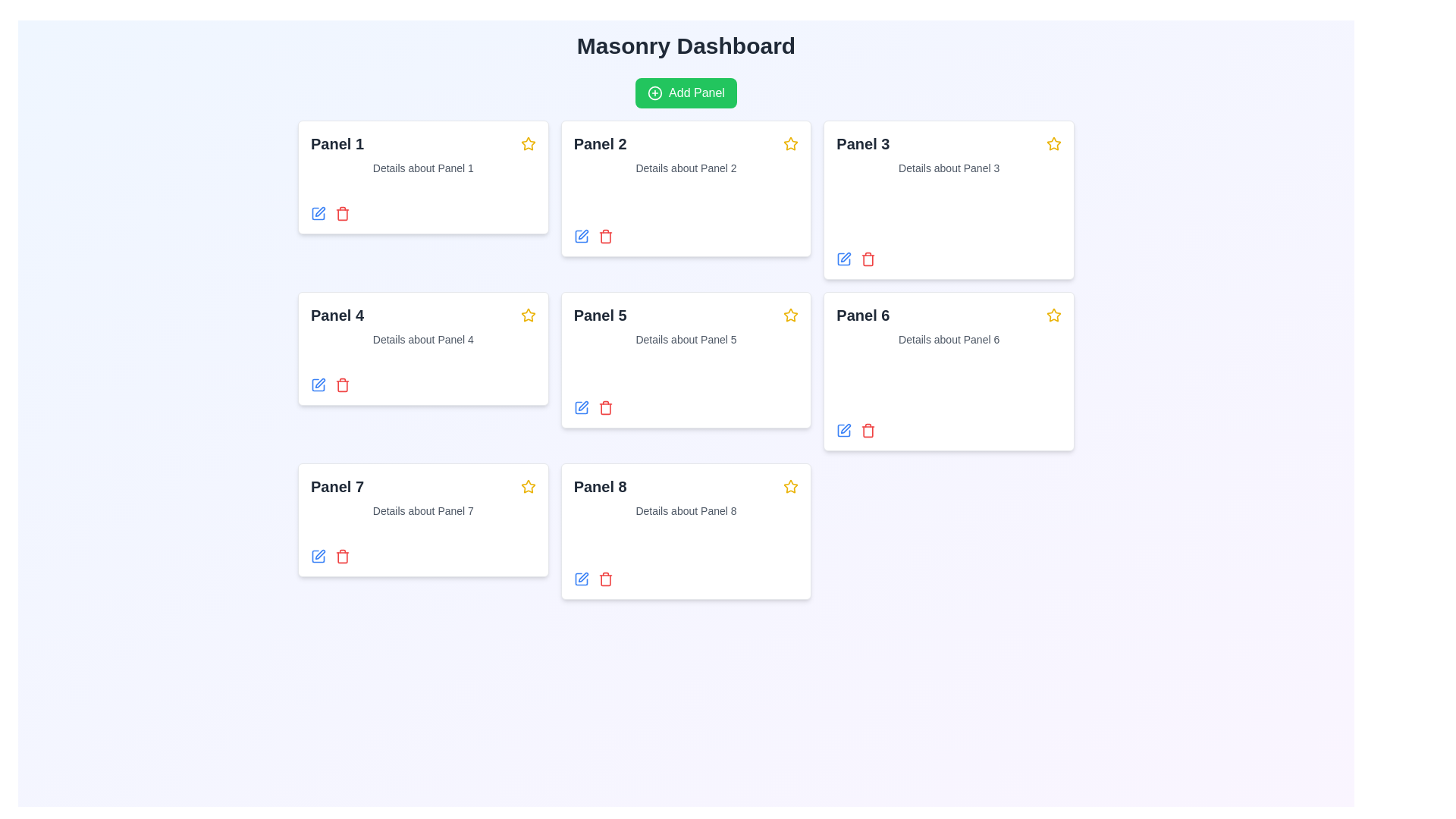 This screenshot has width=1456, height=819. Describe the element at coordinates (423, 168) in the screenshot. I see `text block displaying 'Details about Panel 1', which is positioned below the title 'Panel 1' inside the first card in the top-left section of the grid layout` at that location.